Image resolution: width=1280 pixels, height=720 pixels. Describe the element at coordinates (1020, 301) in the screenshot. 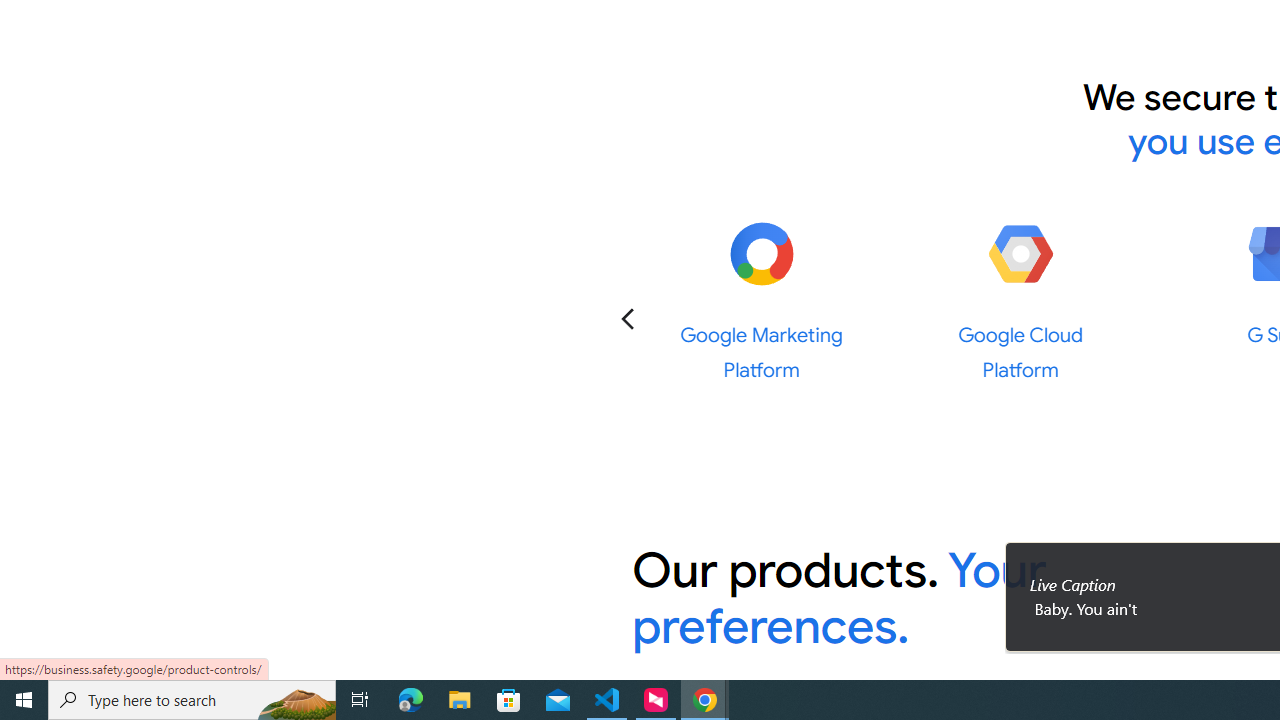

I see `'Google Cloud Platform Google Cloud Platform'` at that location.